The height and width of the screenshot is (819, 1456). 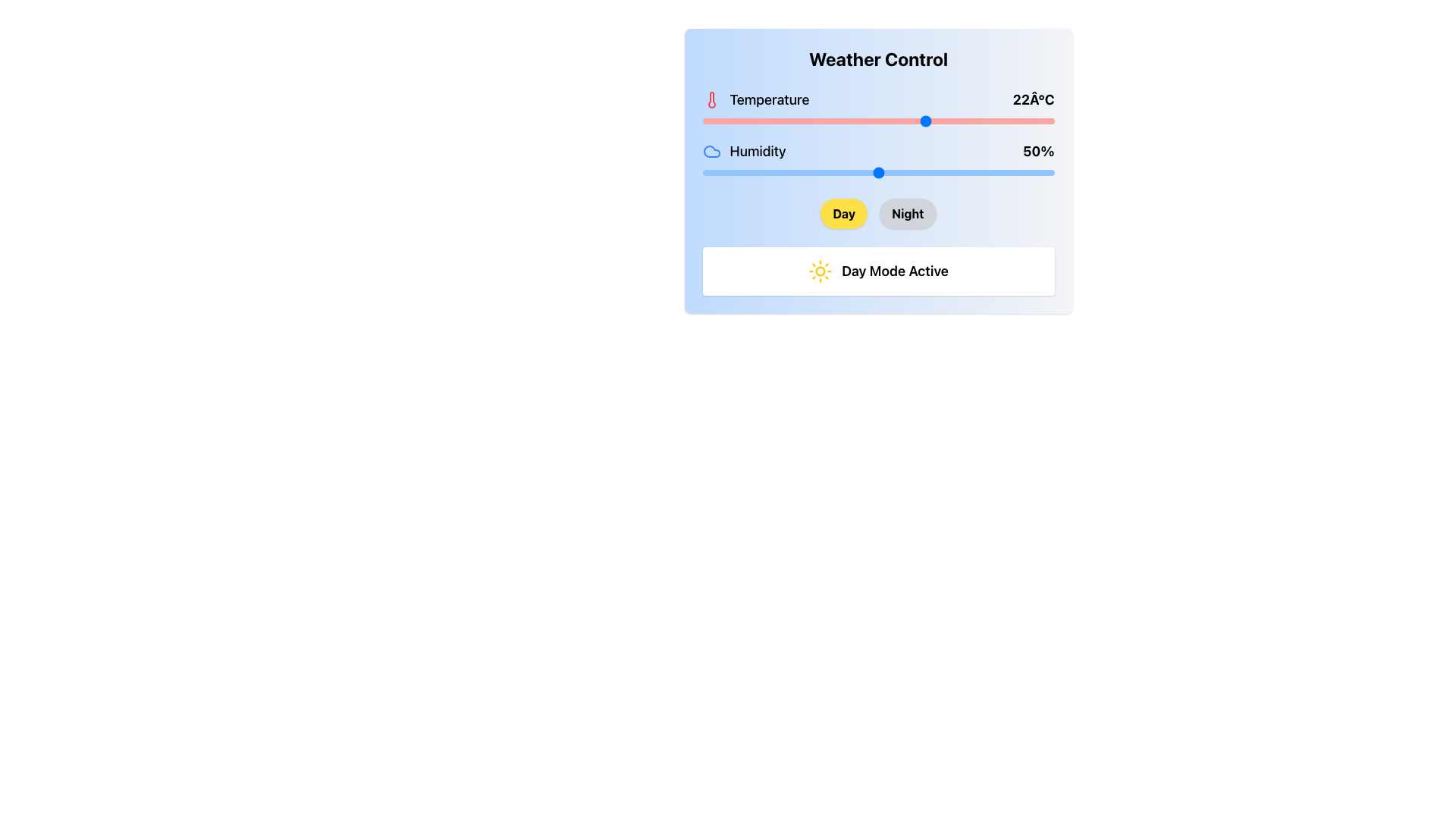 I want to click on the 'Humidity' label that indicates the current metric for user reference, so click(x=744, y=152).